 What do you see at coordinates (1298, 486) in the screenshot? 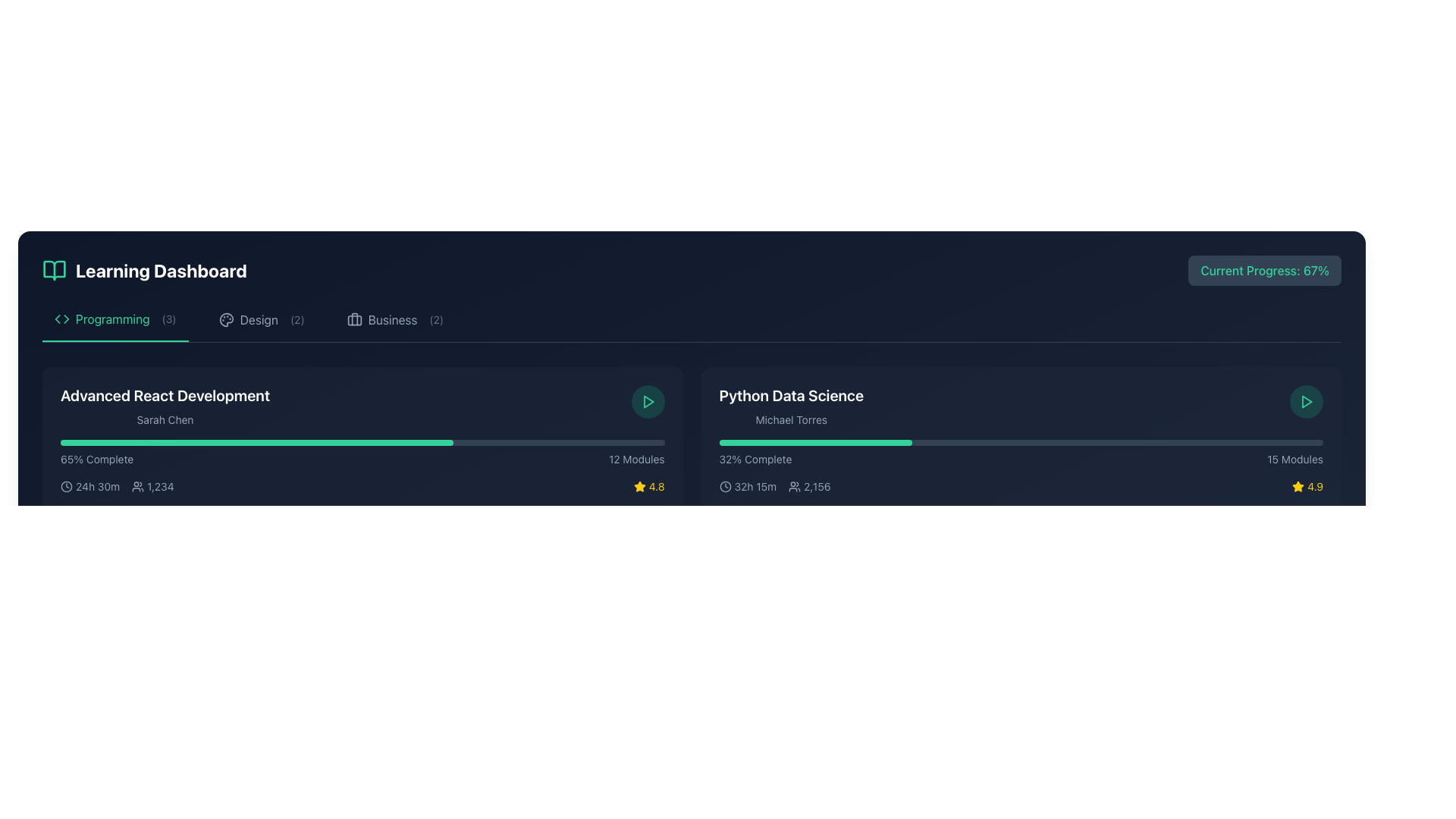
I see `the vibrant yellow star icon located in the bottom-right corner of the second course module, which signifies a rating of '4.9'` at bounding box center [1298, 486].